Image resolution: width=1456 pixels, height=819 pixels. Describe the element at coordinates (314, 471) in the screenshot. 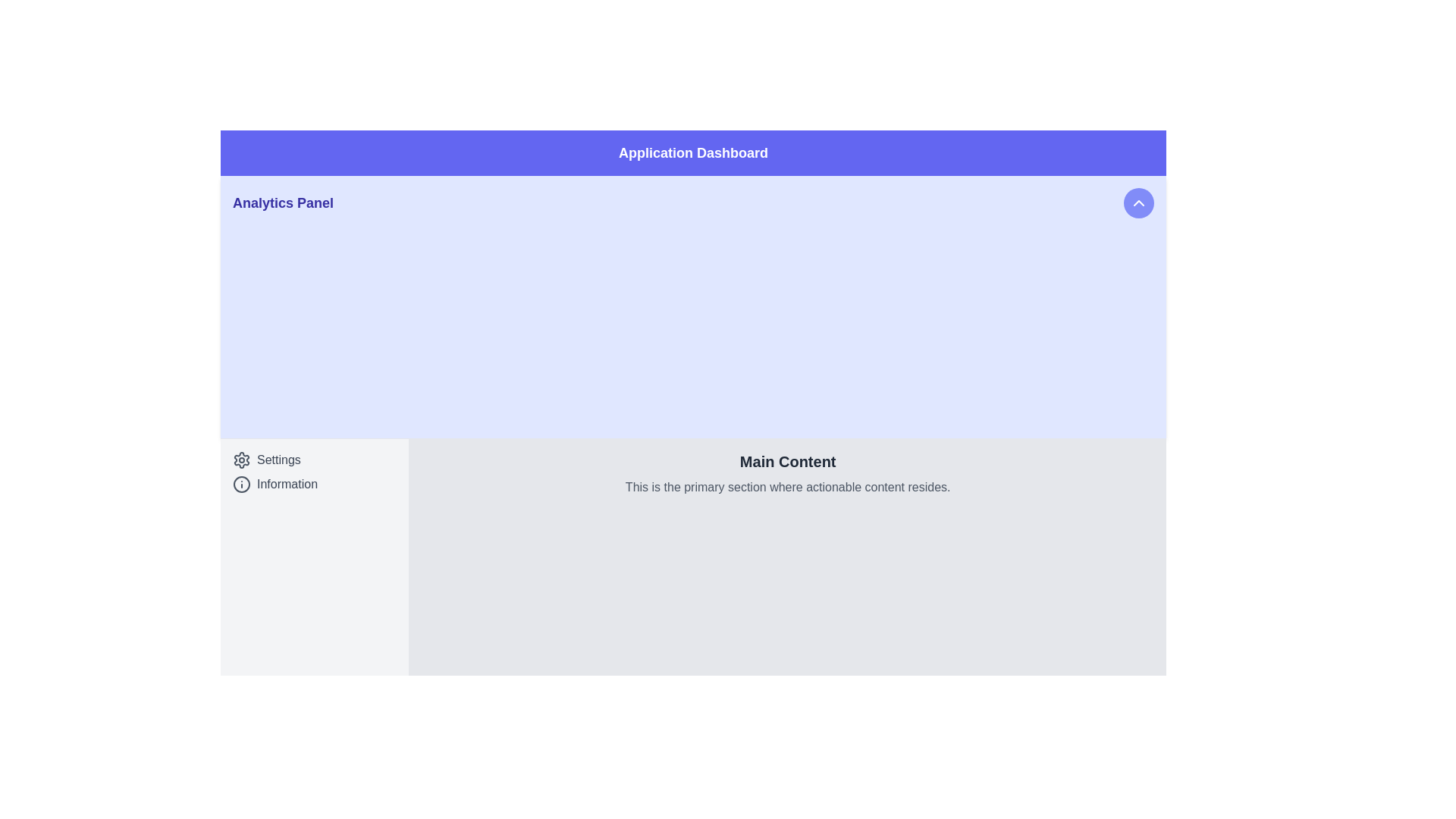

I see `the 'Information' menu item in the vertical menu located in the left column under the 'Analytics Panel'` at that location.